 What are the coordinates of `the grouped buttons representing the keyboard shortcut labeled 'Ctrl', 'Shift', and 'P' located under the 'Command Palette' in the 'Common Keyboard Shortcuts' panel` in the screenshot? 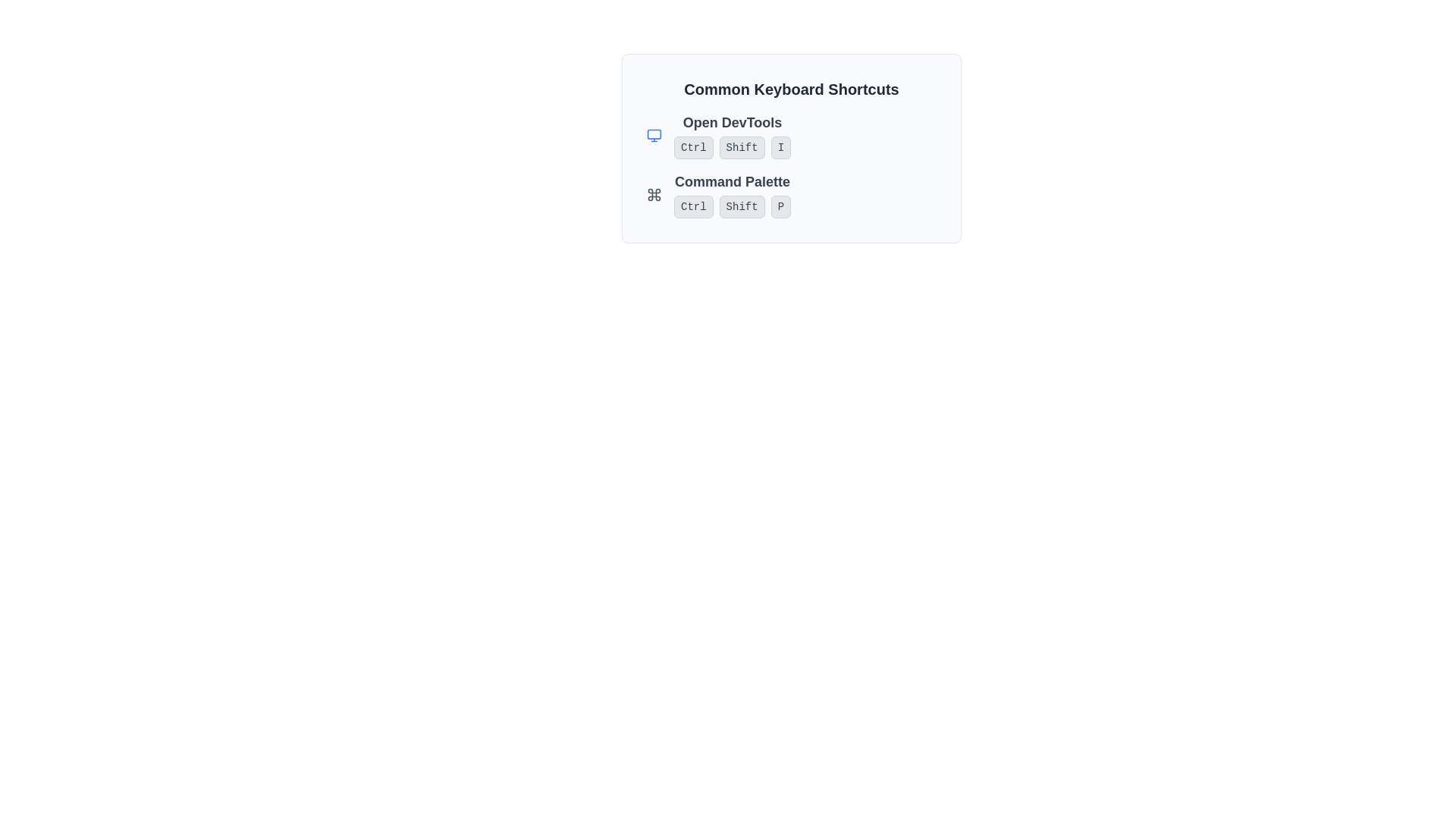 It's located at (732, 207).